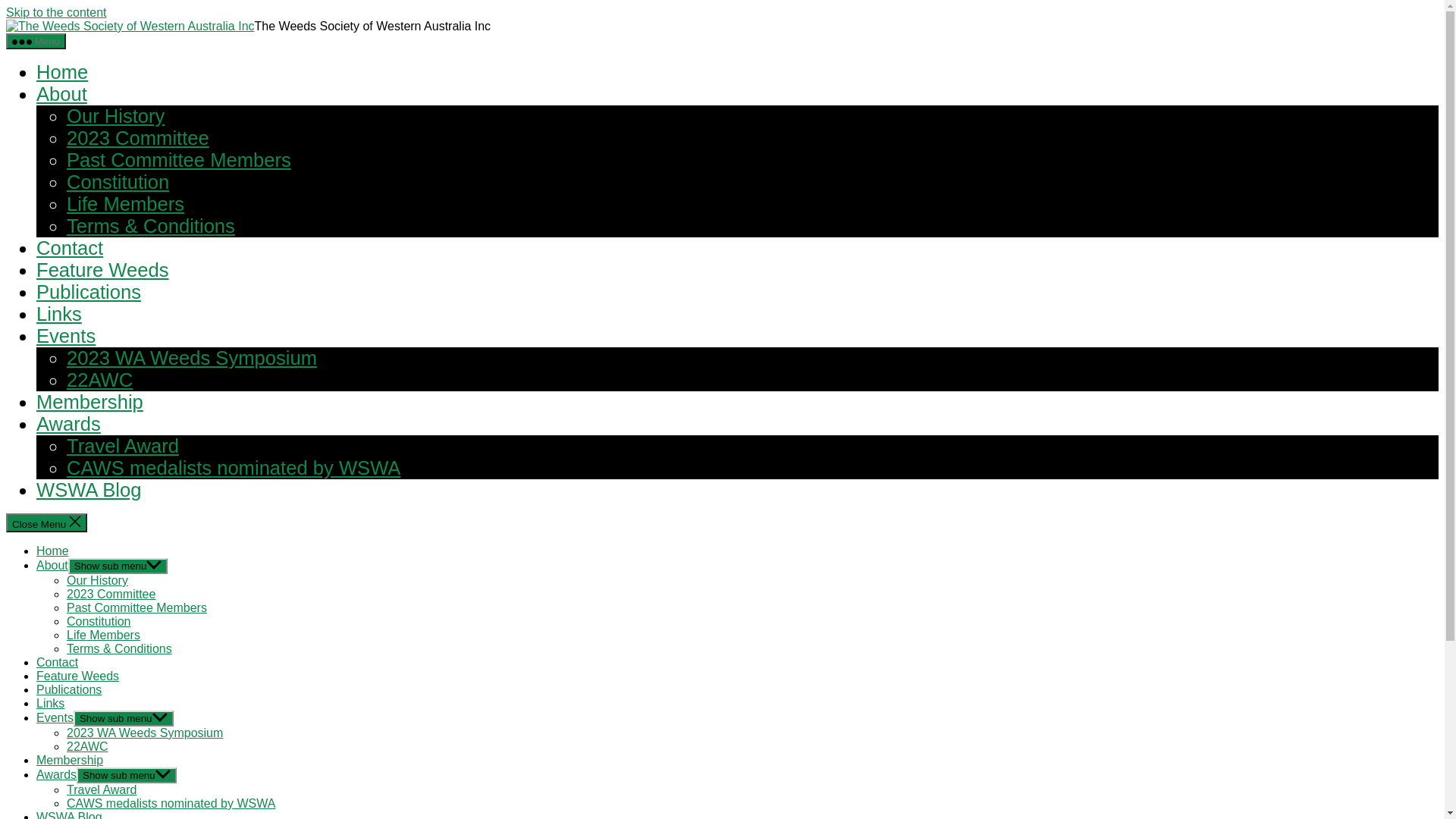 The height and width of the screenshot is (819, 1456). What do you see at coordinates (136, 607) in the screenshot?
I see `'Past Committee Members'` at bounding box center [136, 607].